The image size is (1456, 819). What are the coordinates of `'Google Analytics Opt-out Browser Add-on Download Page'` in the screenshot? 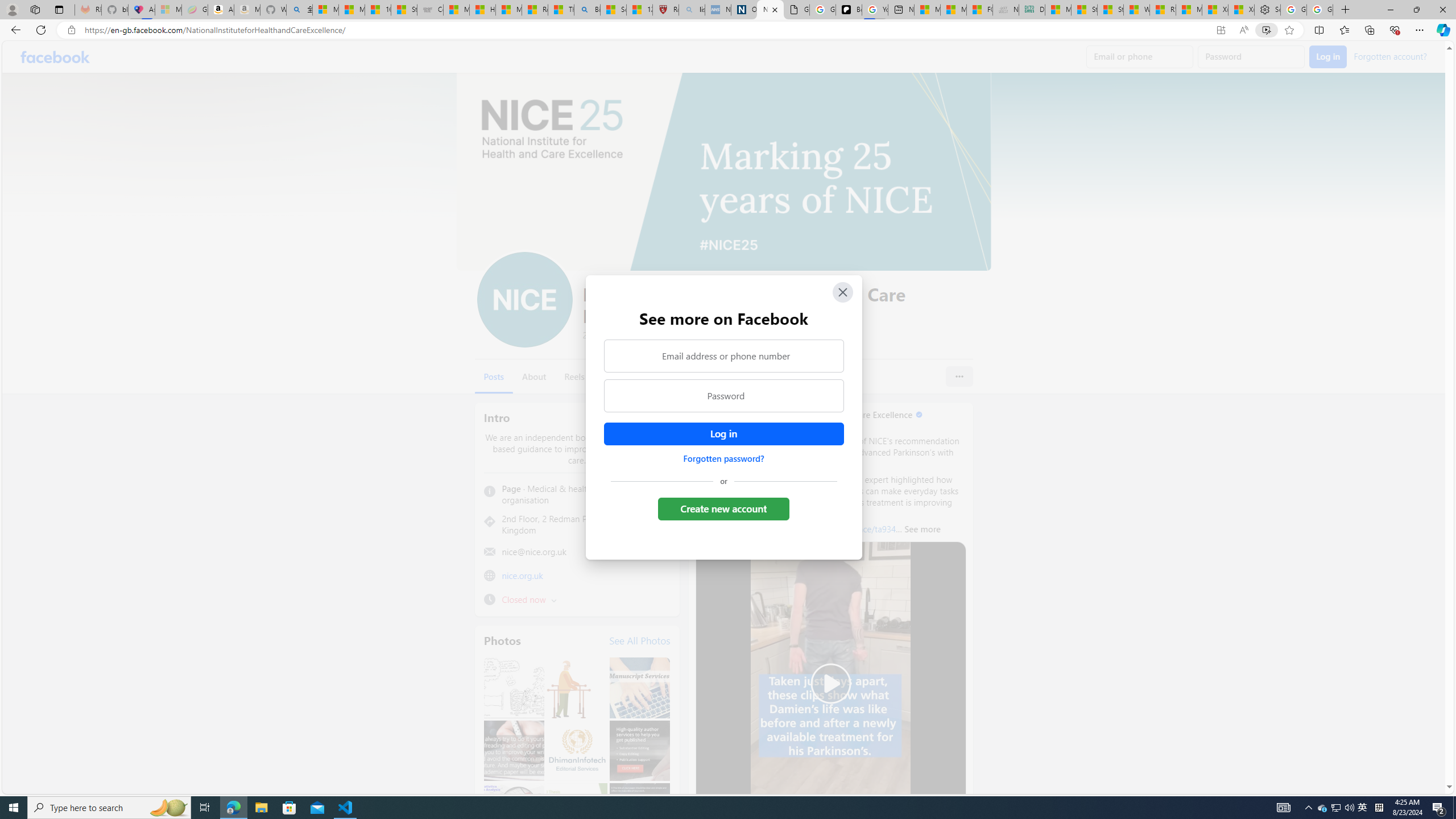 It's located at (796, 9).